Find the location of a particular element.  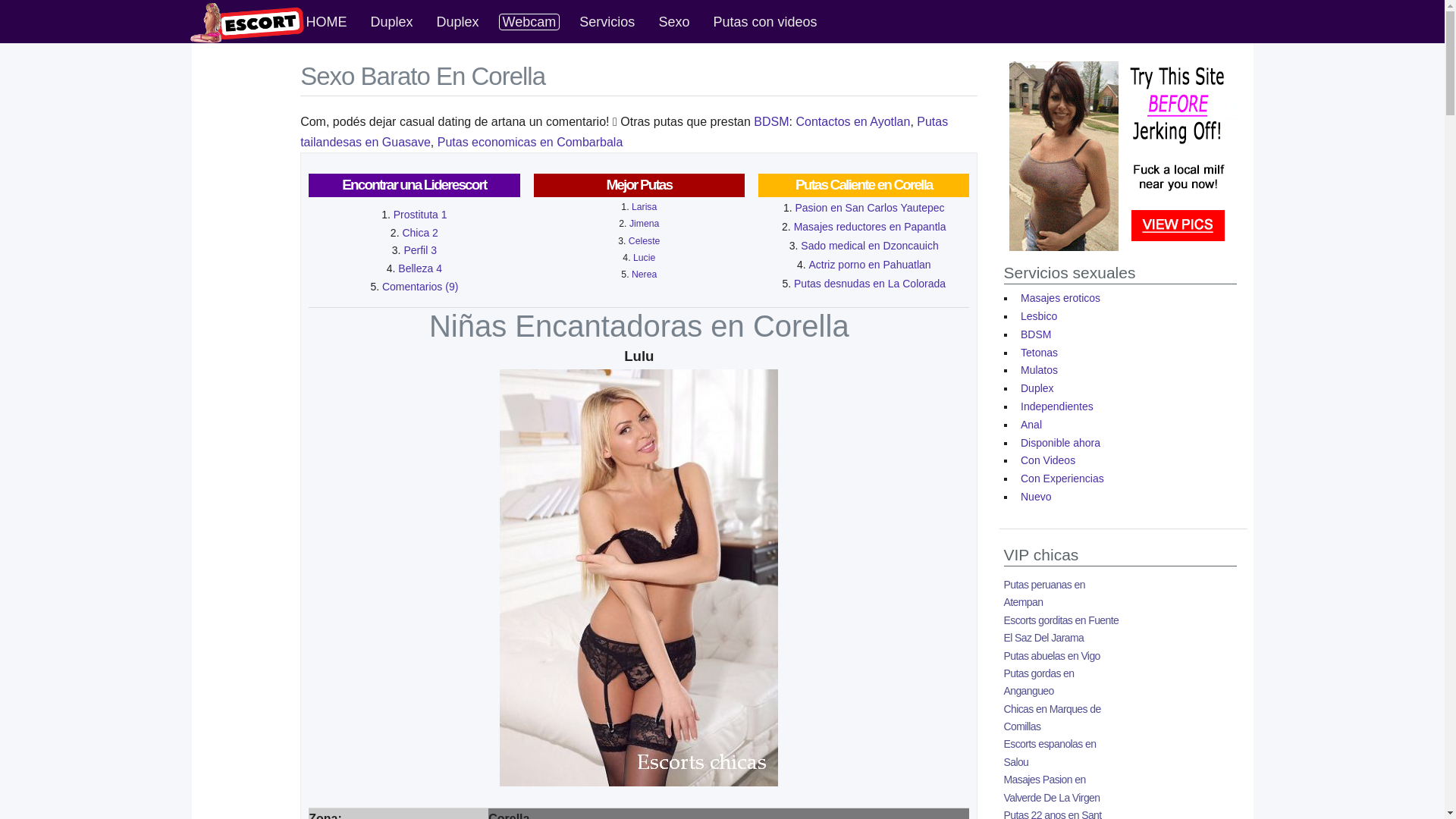

'Putas gordas en Angangueo' is located at coordinates (1038, 681).